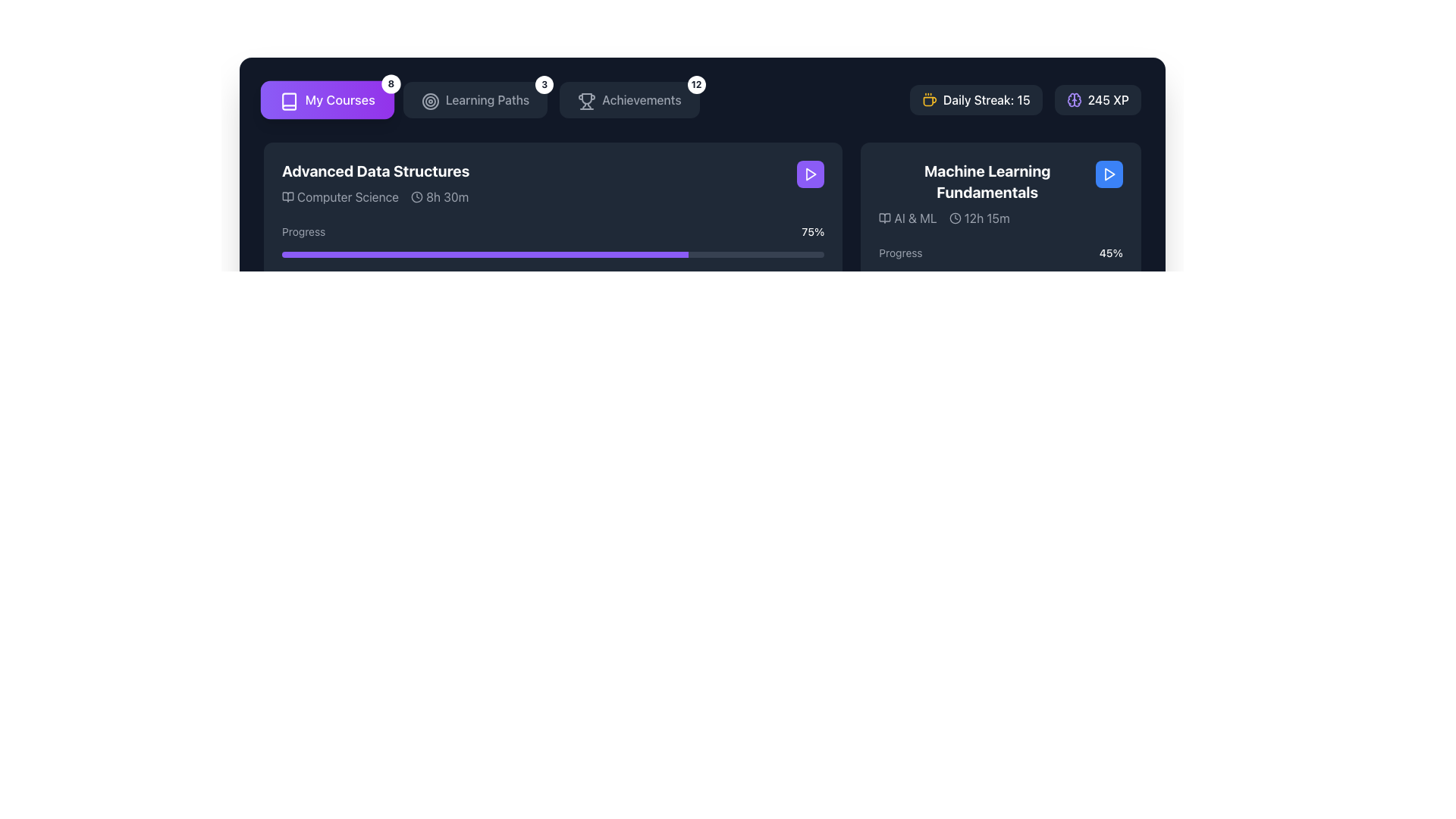  I want to click on the book-shaped icon with a purple stroke located in the top navigation bar, so click(289, 102).